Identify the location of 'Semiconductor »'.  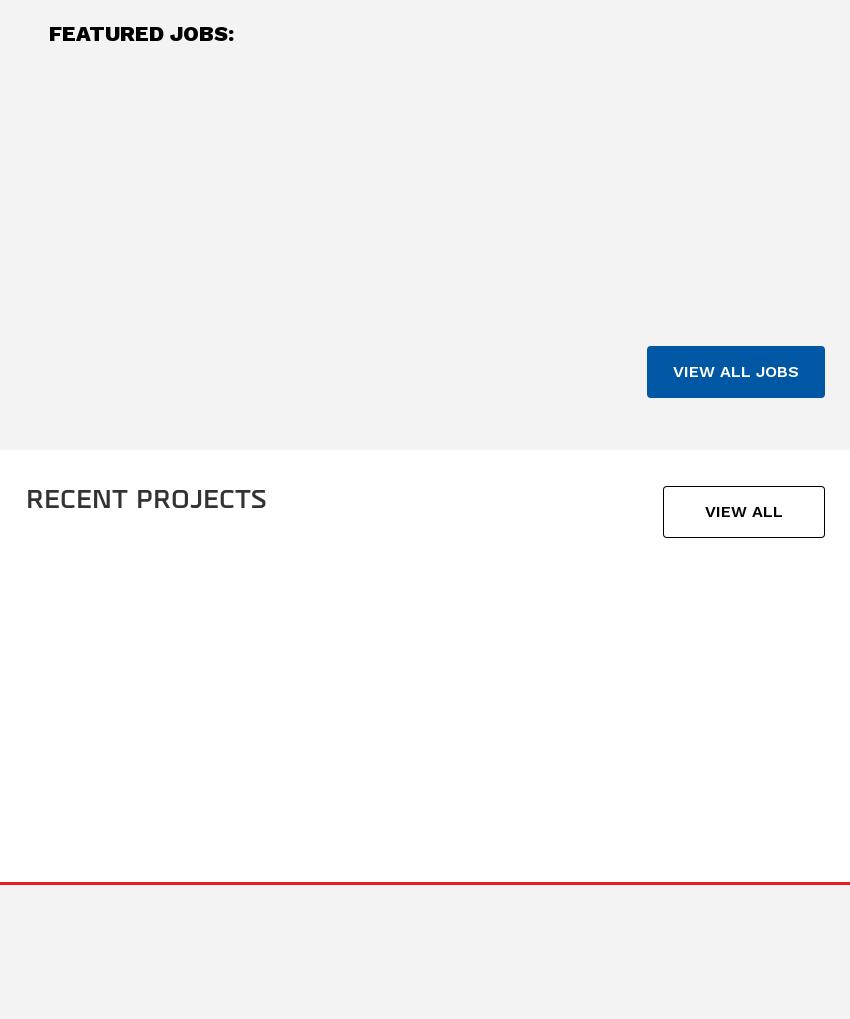
(450, 747).